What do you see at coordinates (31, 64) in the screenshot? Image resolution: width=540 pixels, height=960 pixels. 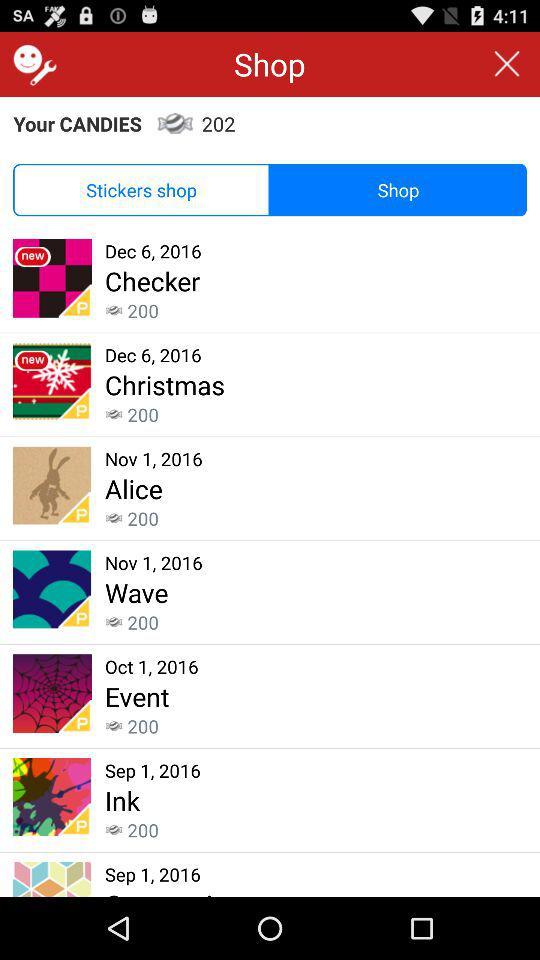 I see `tools` at bounding box center [31, 64].